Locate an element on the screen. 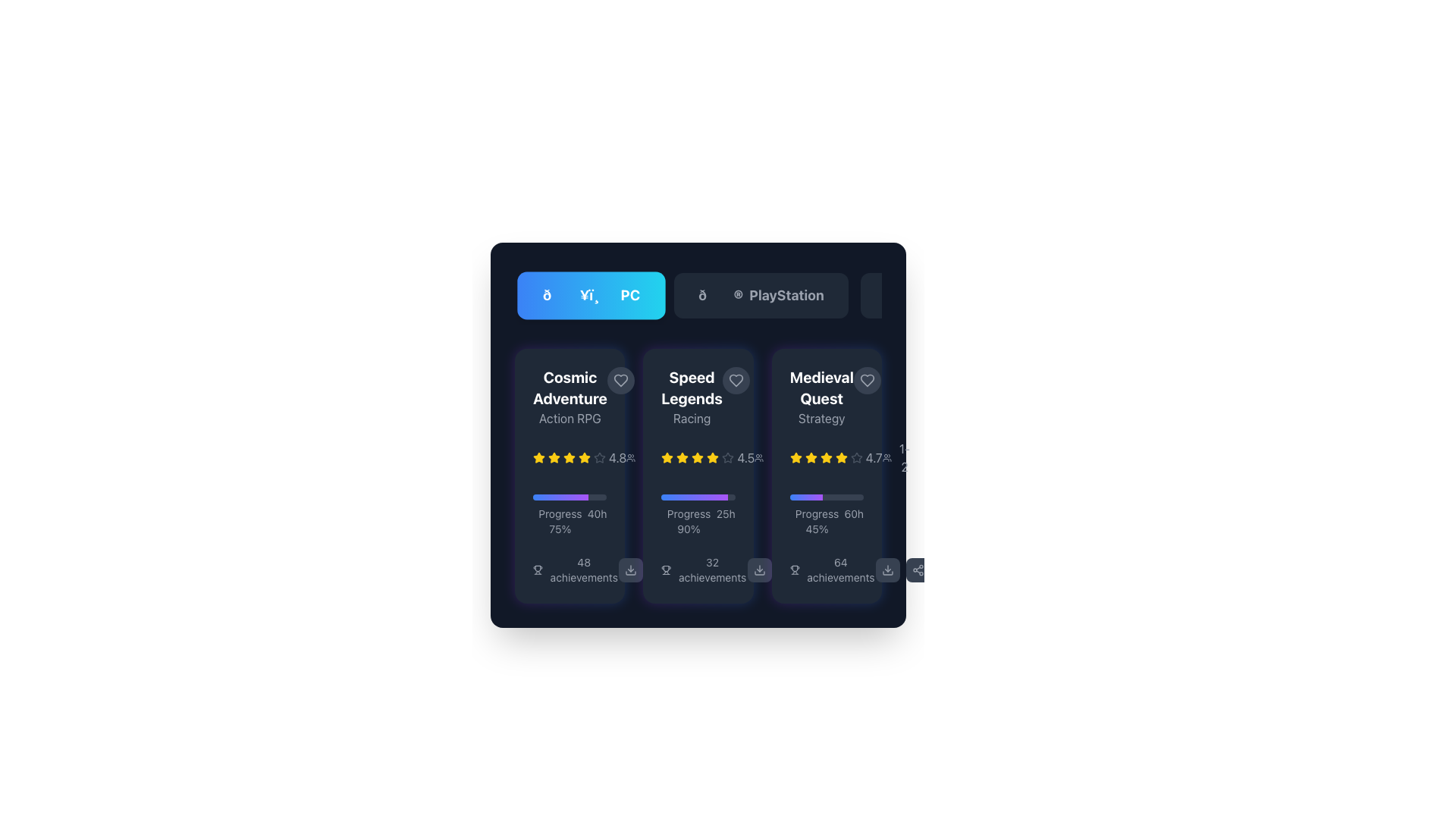  the share icon button located at the bottom-right corner of the interface, adjacent to other interactive icons is located at coordinates (789, 570).